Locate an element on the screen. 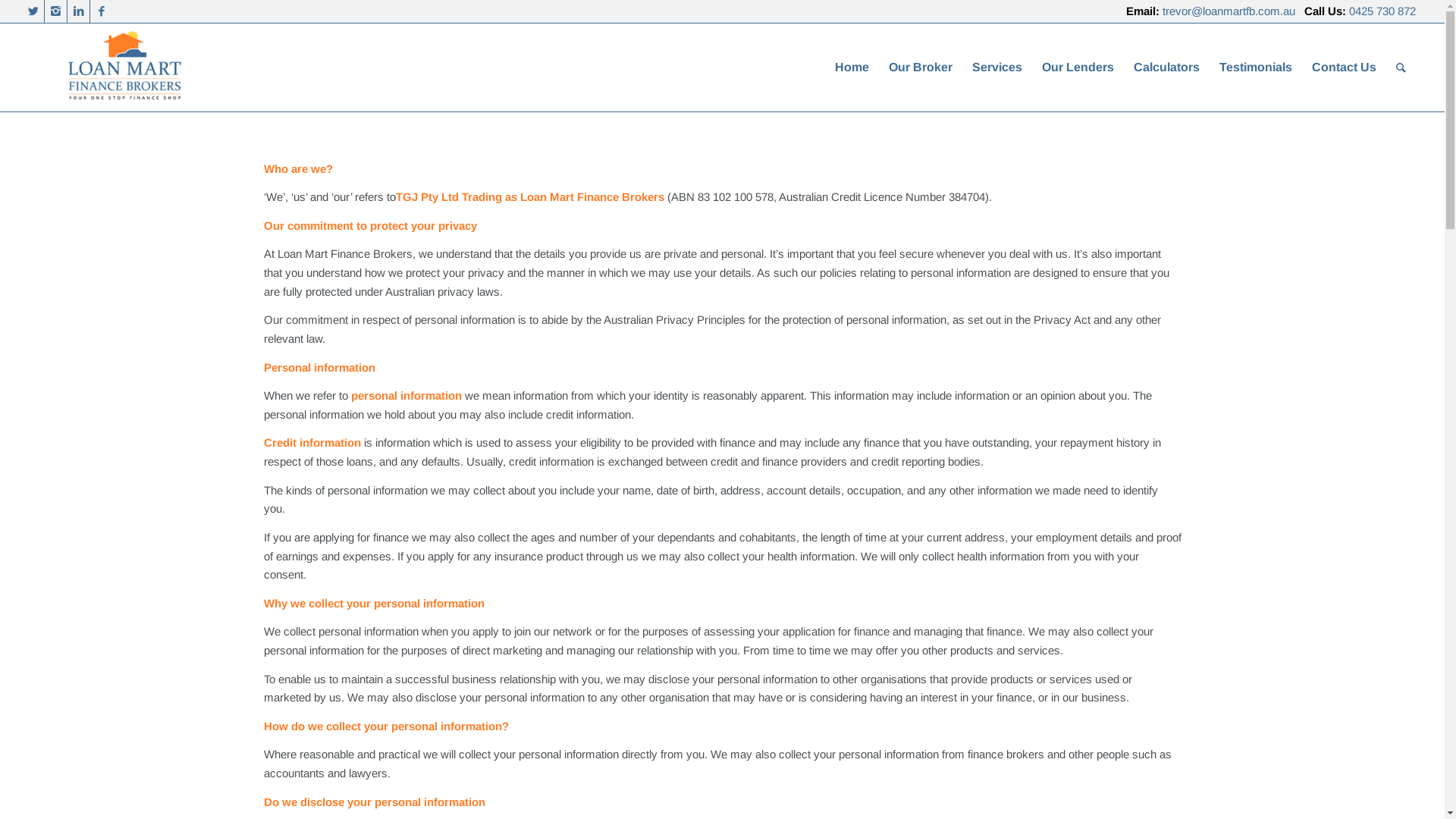  'Calculators' is located at coordinates (1166, 66).